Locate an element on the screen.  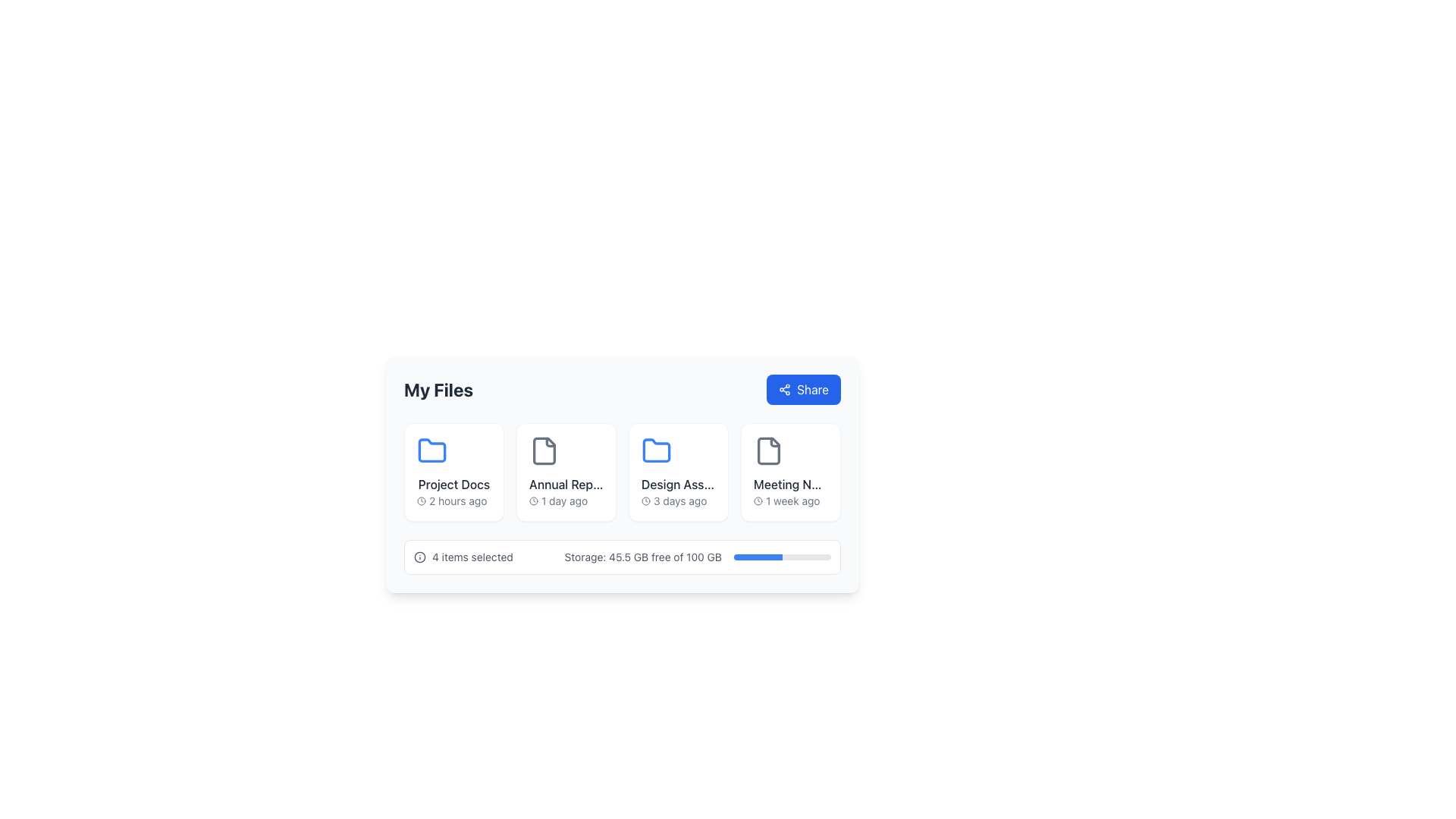
the SVG file icon graphic, which is the second item from the left in the file list under the 'My Files' header, specifically targeting the top-right corner of the icon is located at coordinates (550, 442).